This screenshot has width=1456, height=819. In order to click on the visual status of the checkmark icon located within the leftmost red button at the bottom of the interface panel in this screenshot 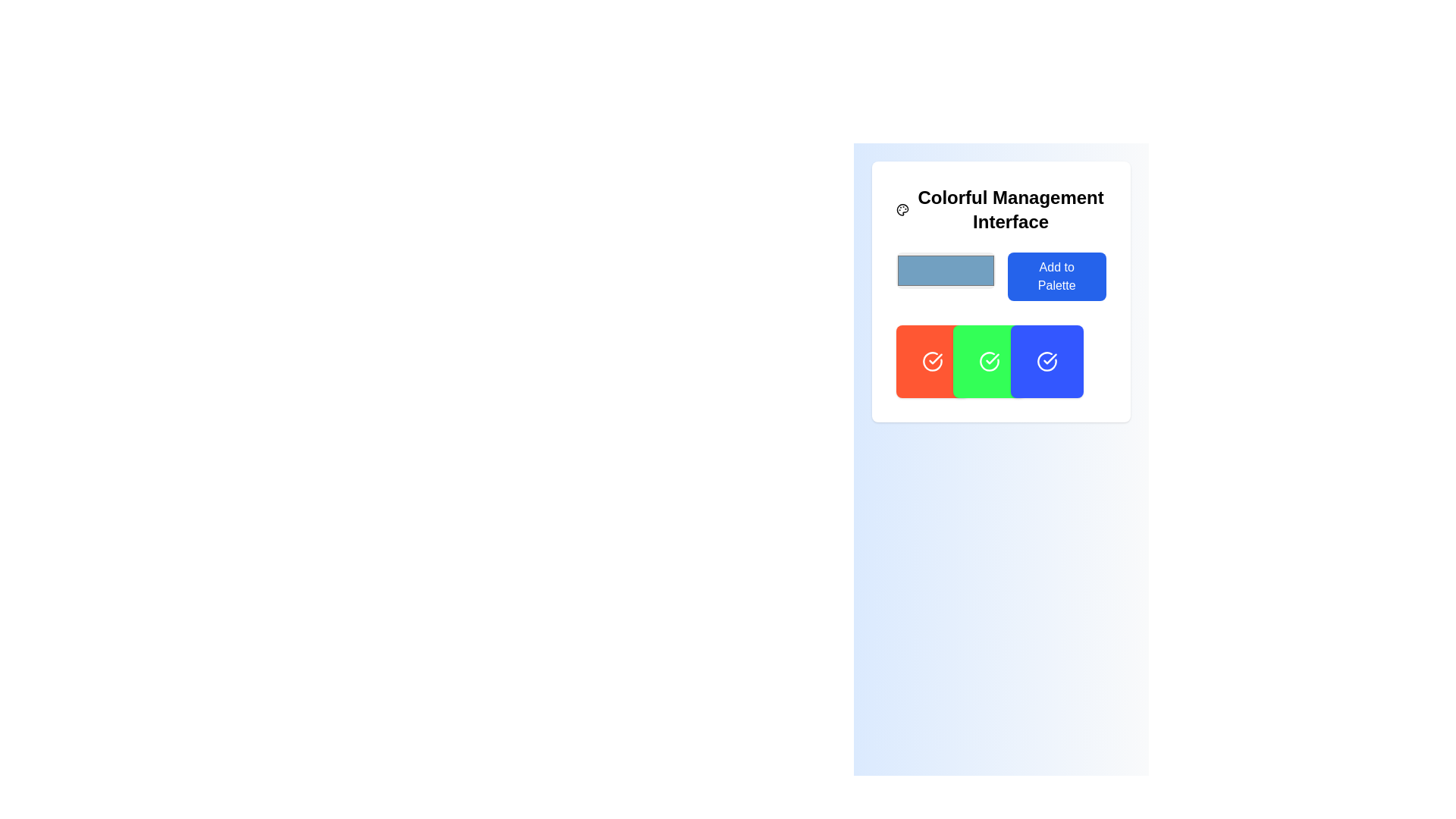, I will do `click(934, 359)`.